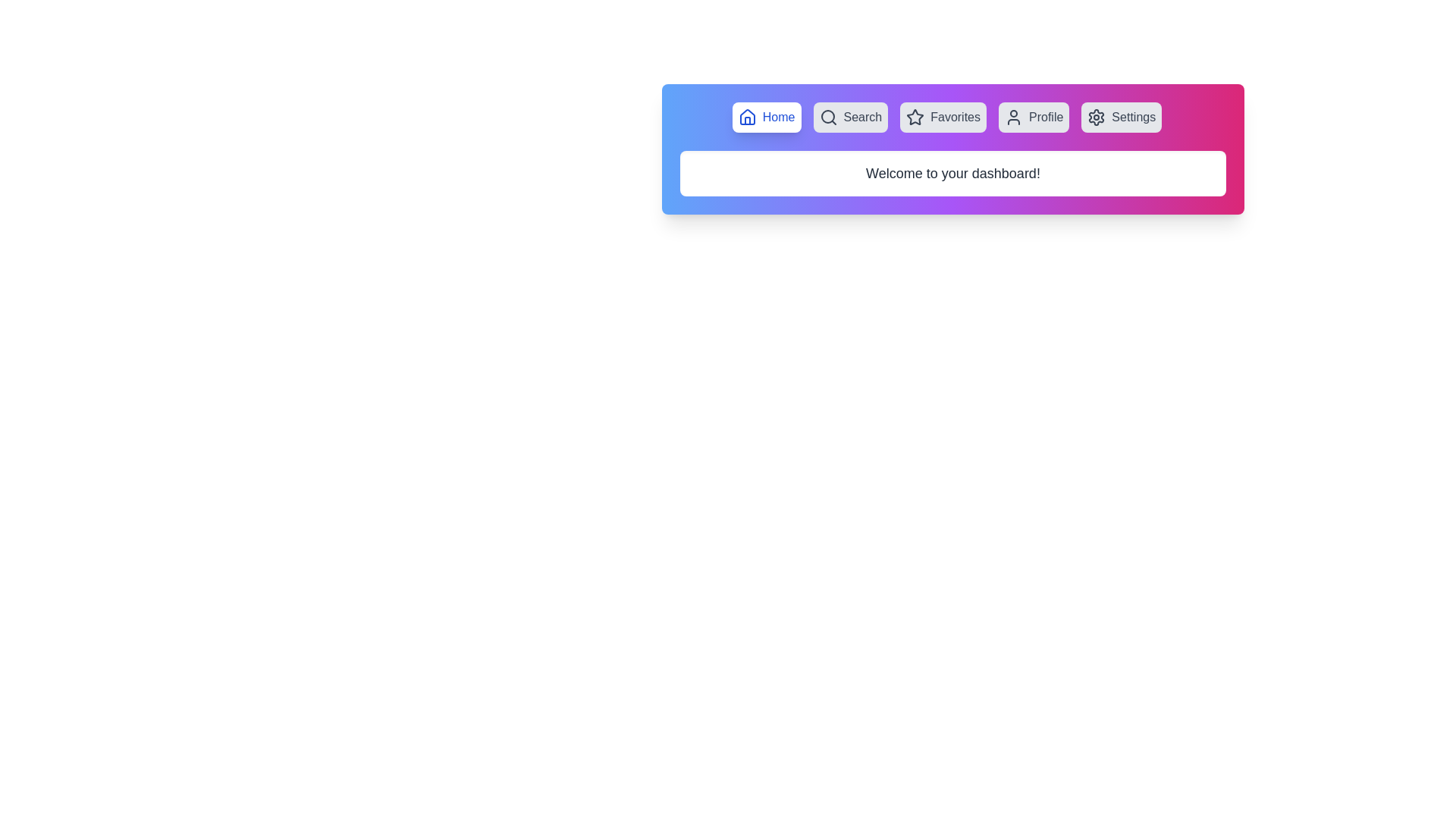  I want to click on the 'Home' navigation button with a house icon, so click(767, 116).